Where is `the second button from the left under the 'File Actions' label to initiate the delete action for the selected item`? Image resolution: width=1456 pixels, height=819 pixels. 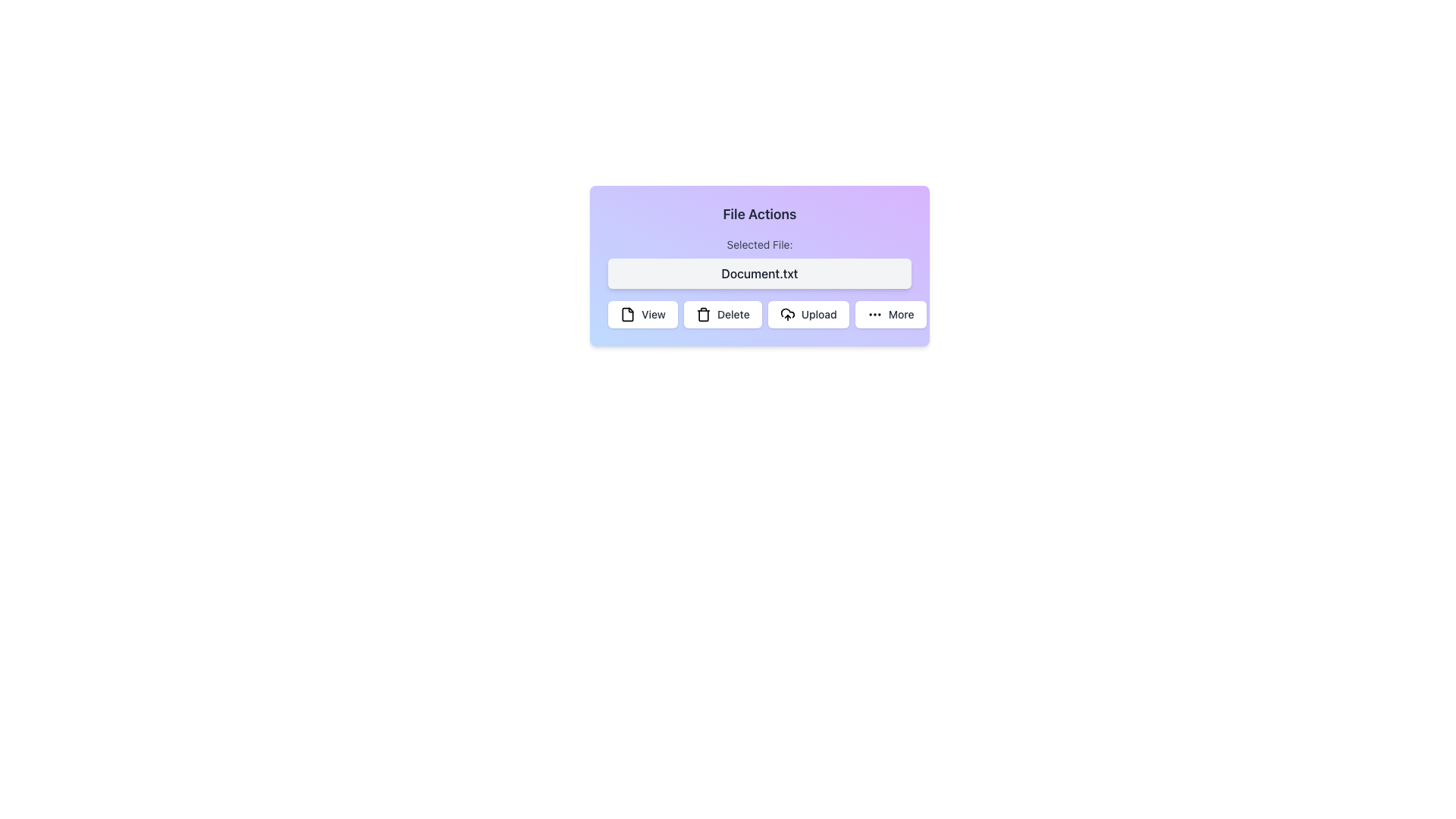
the second button from the left under the 'File Actions' label to initiate the delete action for the selected item is located at coordinates (722, 314).